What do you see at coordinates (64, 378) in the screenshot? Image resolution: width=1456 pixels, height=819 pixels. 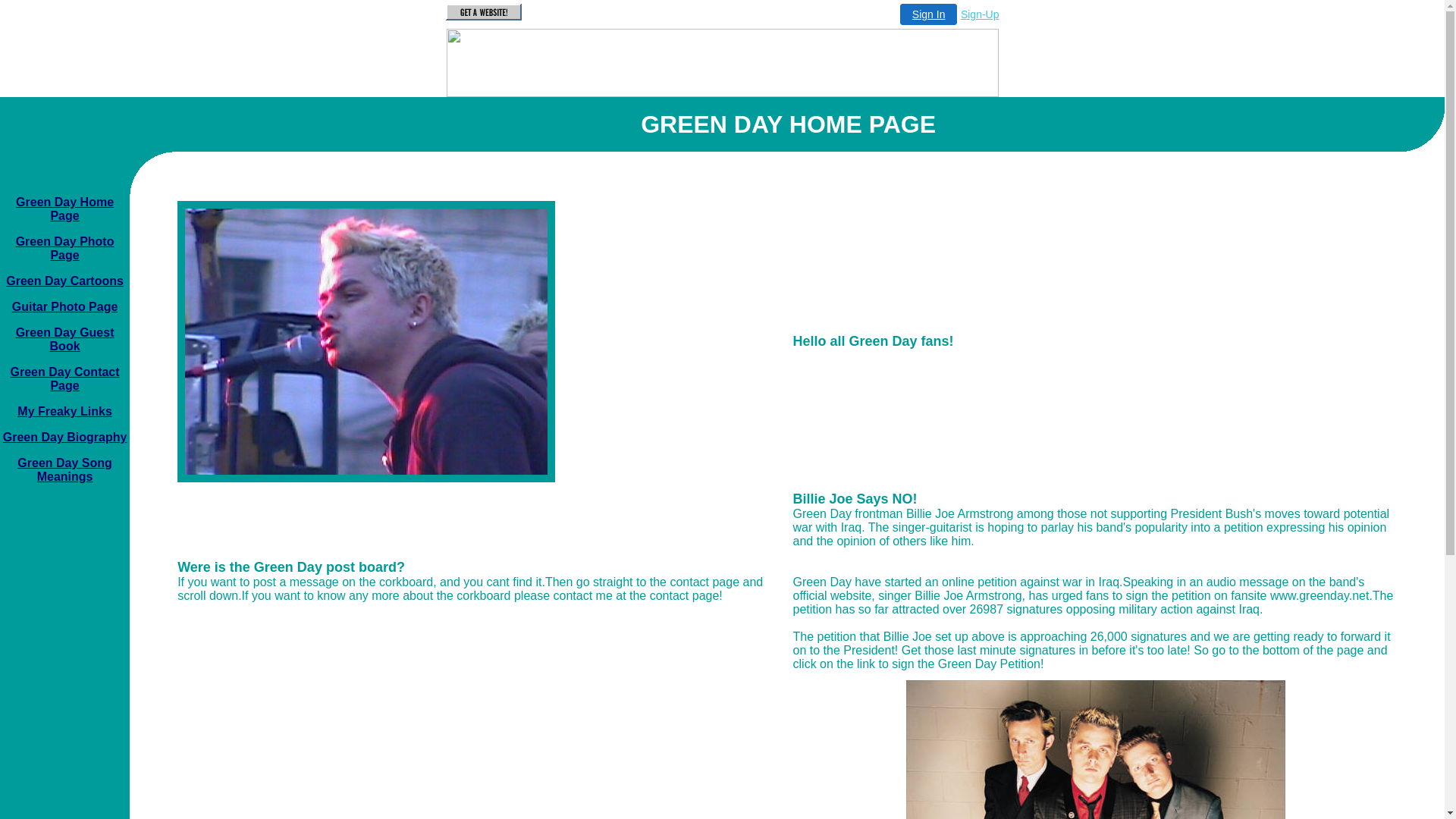 I see `'Green Day Contact Page'` at bounding box center [64, 378].